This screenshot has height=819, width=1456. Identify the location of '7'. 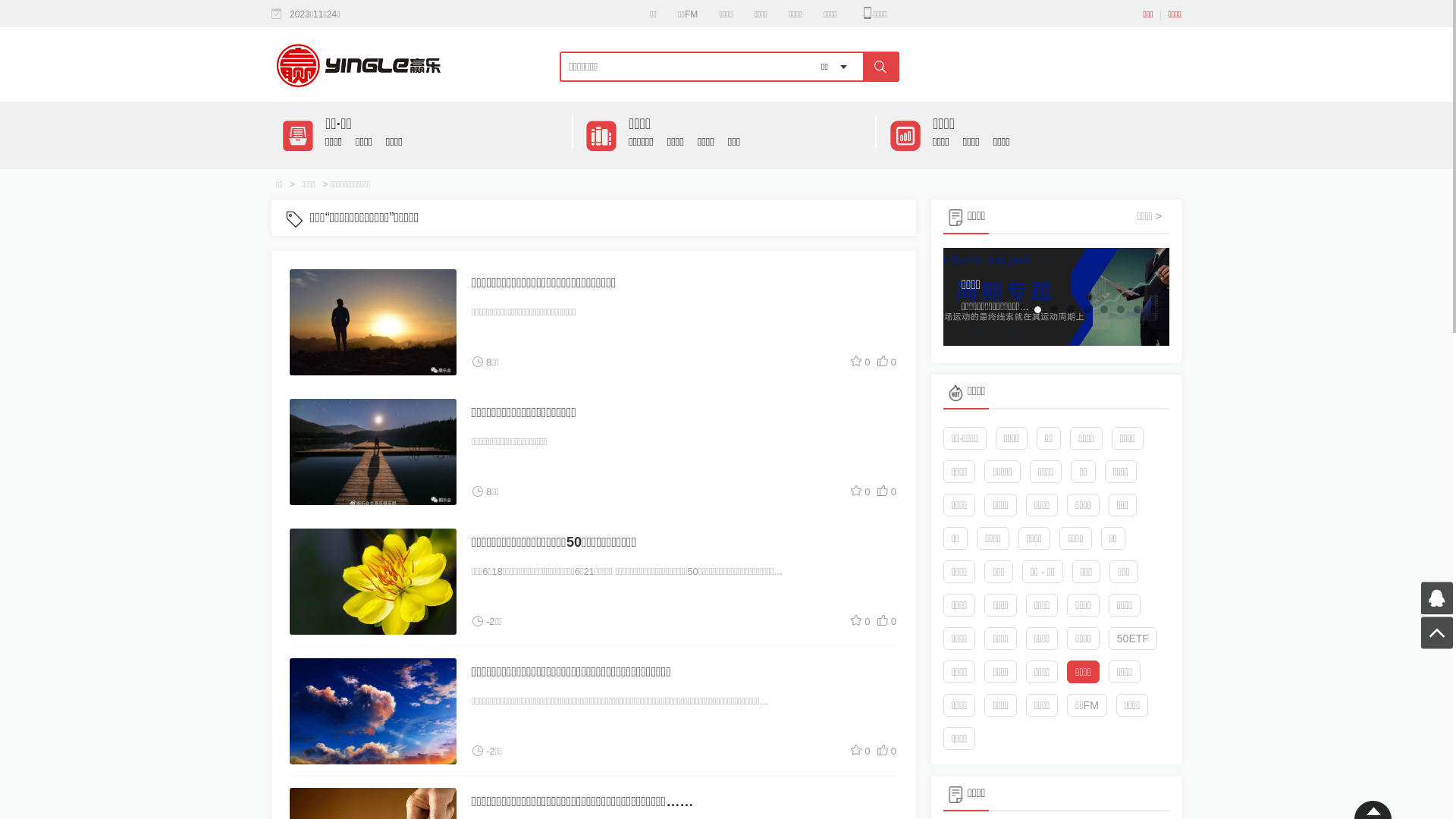
(1069, 309).